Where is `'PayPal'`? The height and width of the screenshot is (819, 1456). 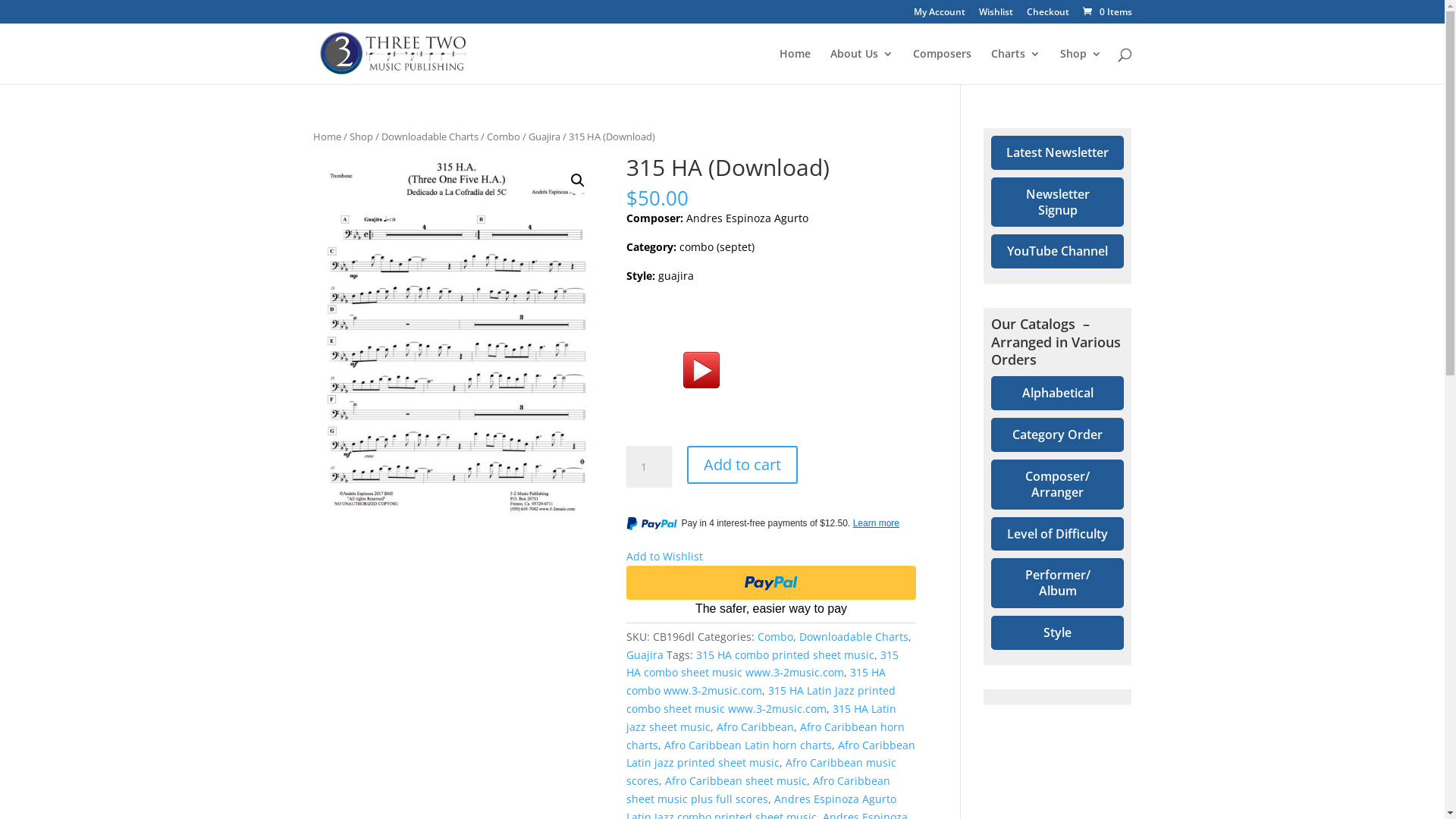 'PayPal' is located at coordinates (771, 590).